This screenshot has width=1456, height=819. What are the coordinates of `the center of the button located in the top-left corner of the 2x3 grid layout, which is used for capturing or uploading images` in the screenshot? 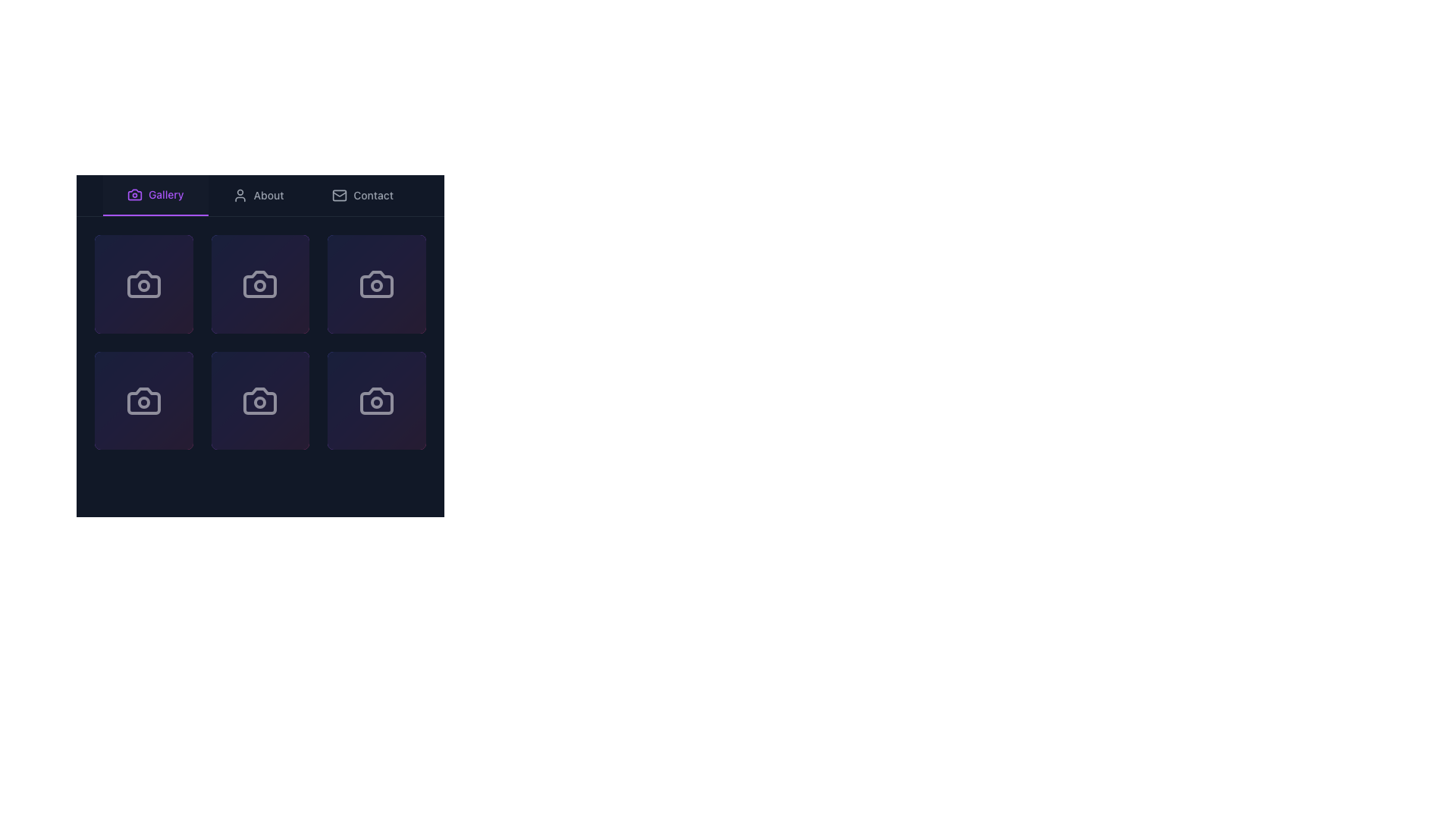 It's located at (143, 284).